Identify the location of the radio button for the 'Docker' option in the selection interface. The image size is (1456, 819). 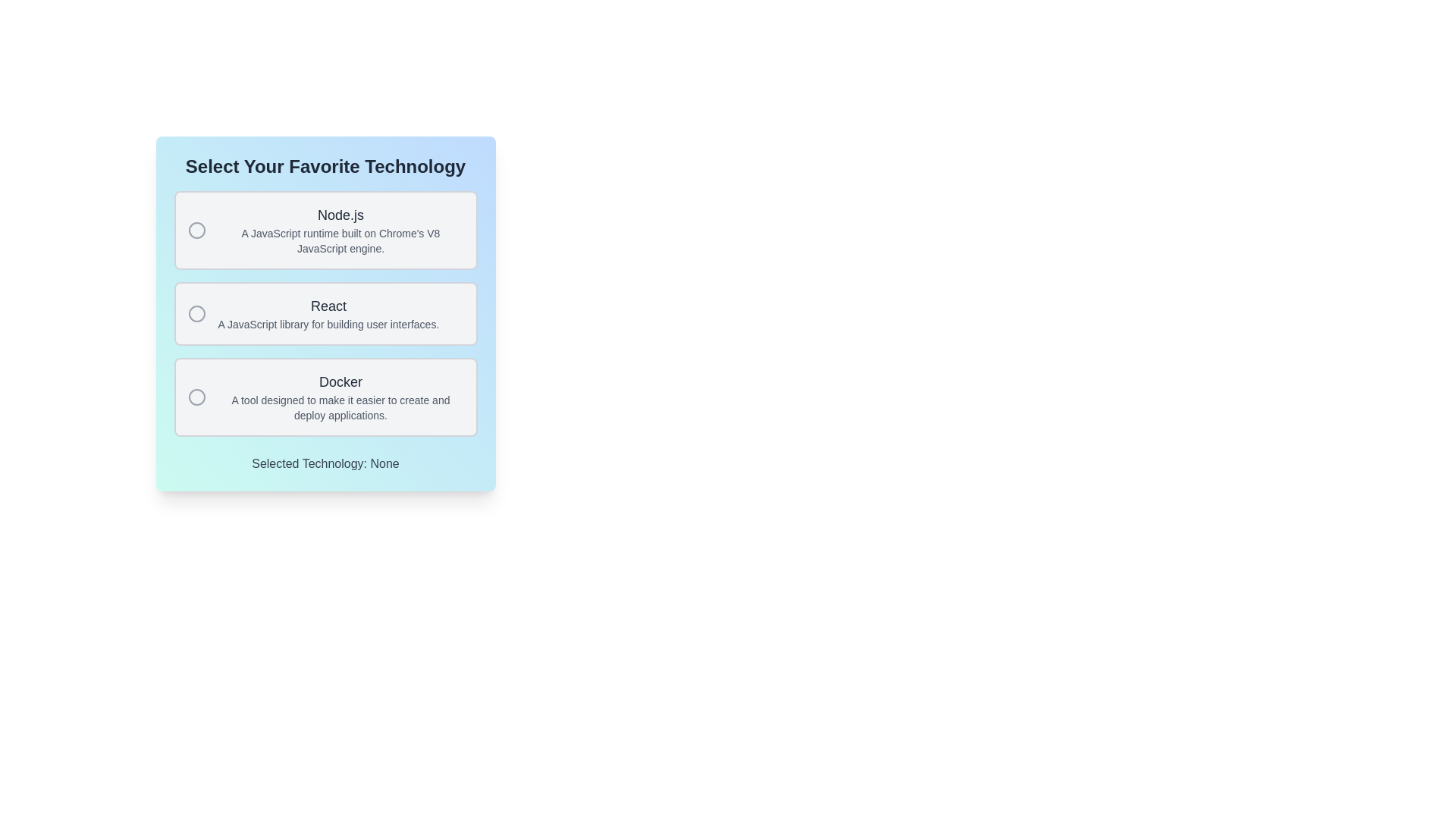
(196, 397).